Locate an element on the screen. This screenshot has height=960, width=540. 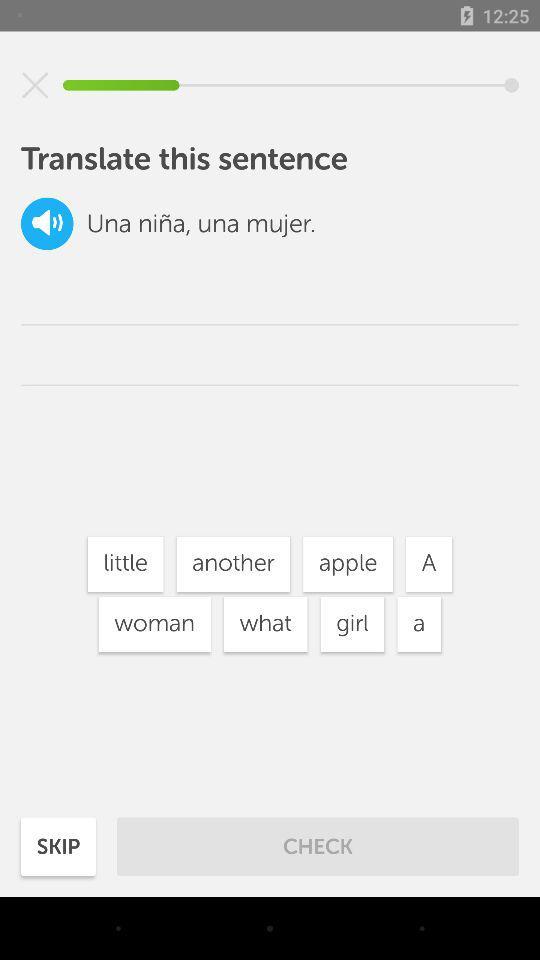
icon next to the another is located at coordinates (347, 564).